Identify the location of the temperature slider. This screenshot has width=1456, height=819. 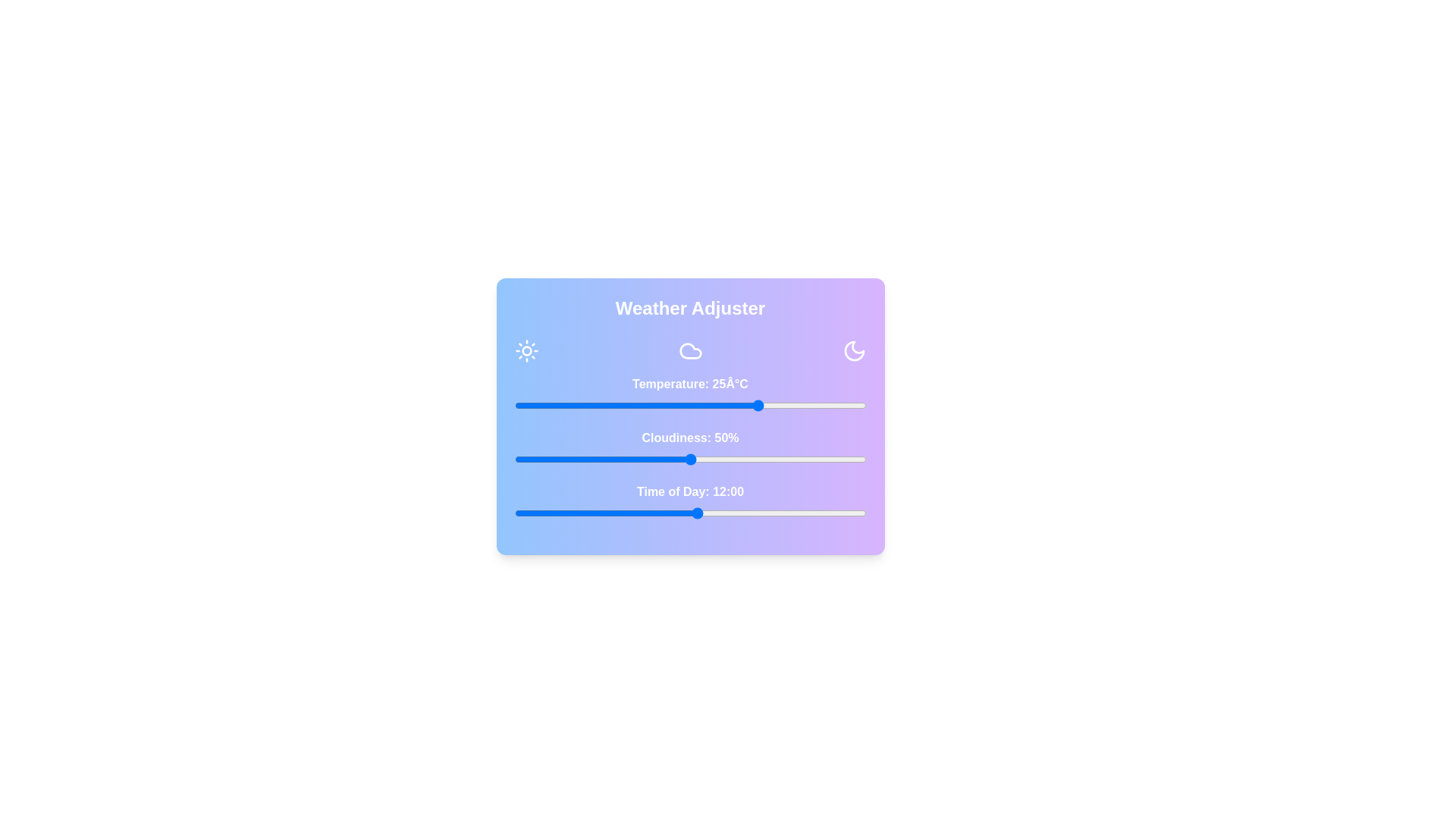
(676, 405).